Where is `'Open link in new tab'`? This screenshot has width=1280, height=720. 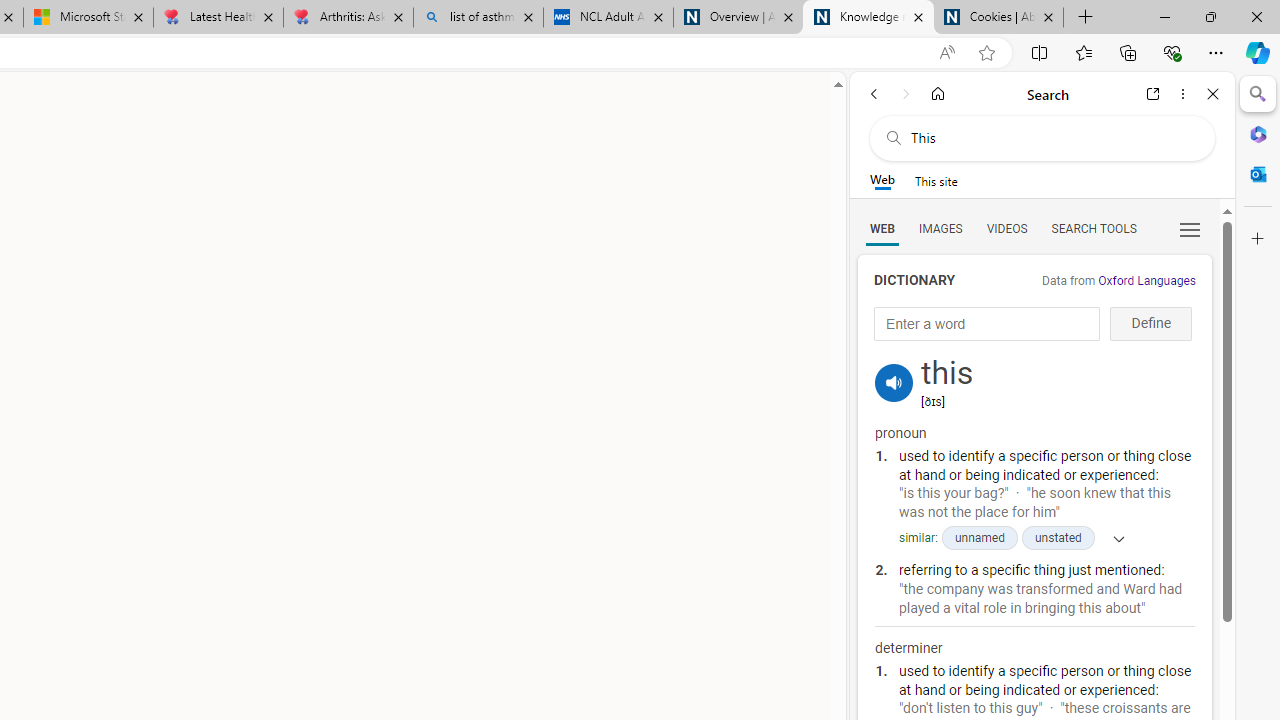 'Open link in new tab' is located at coordinates (1153, 93).